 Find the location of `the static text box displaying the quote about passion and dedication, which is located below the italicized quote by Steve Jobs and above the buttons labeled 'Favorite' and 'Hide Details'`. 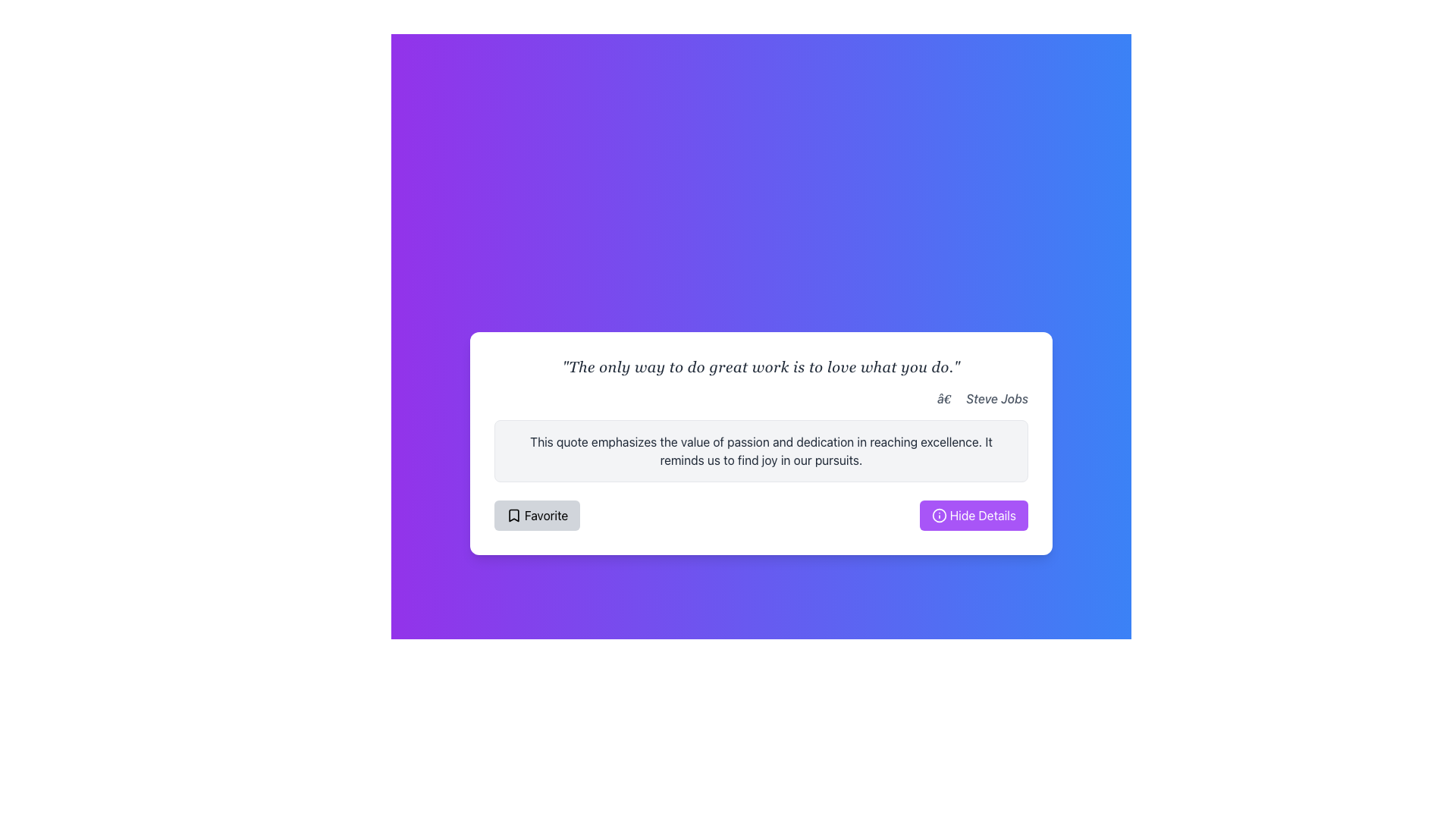

the static text box displaying the quote about passion and dedication, which is located below the italicized quote by Steve Jobs and above the buttons labeled 'Favorite' and 'Hide Details' is located at coordinates (761, 450).